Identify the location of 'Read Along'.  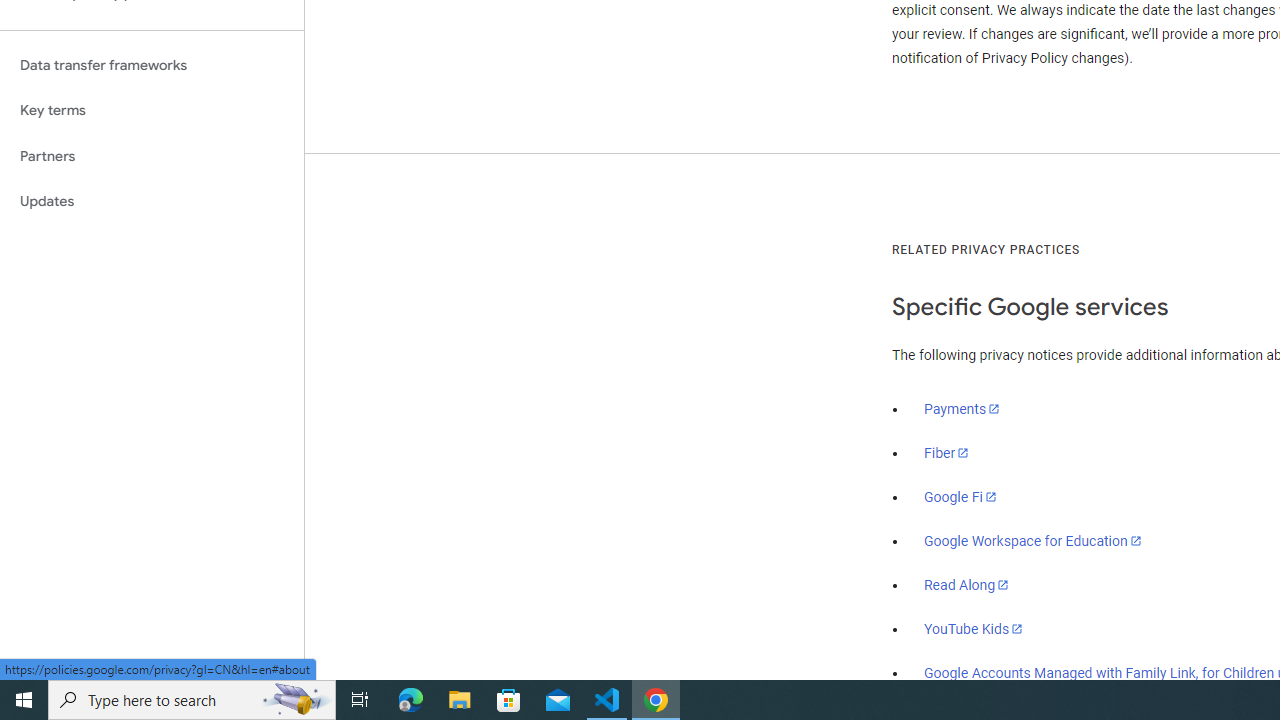
(967, 585).